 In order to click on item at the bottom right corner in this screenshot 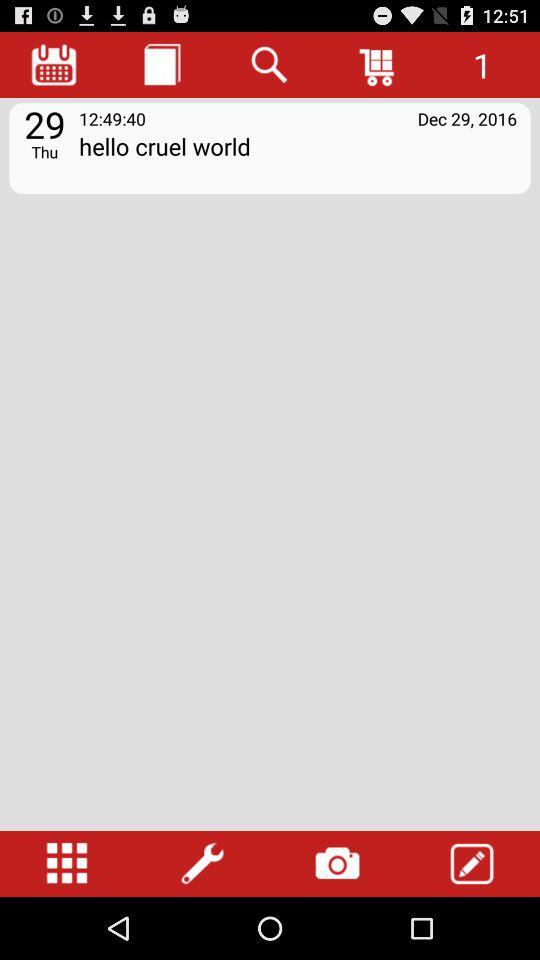, I will do `click(472, 863)`.